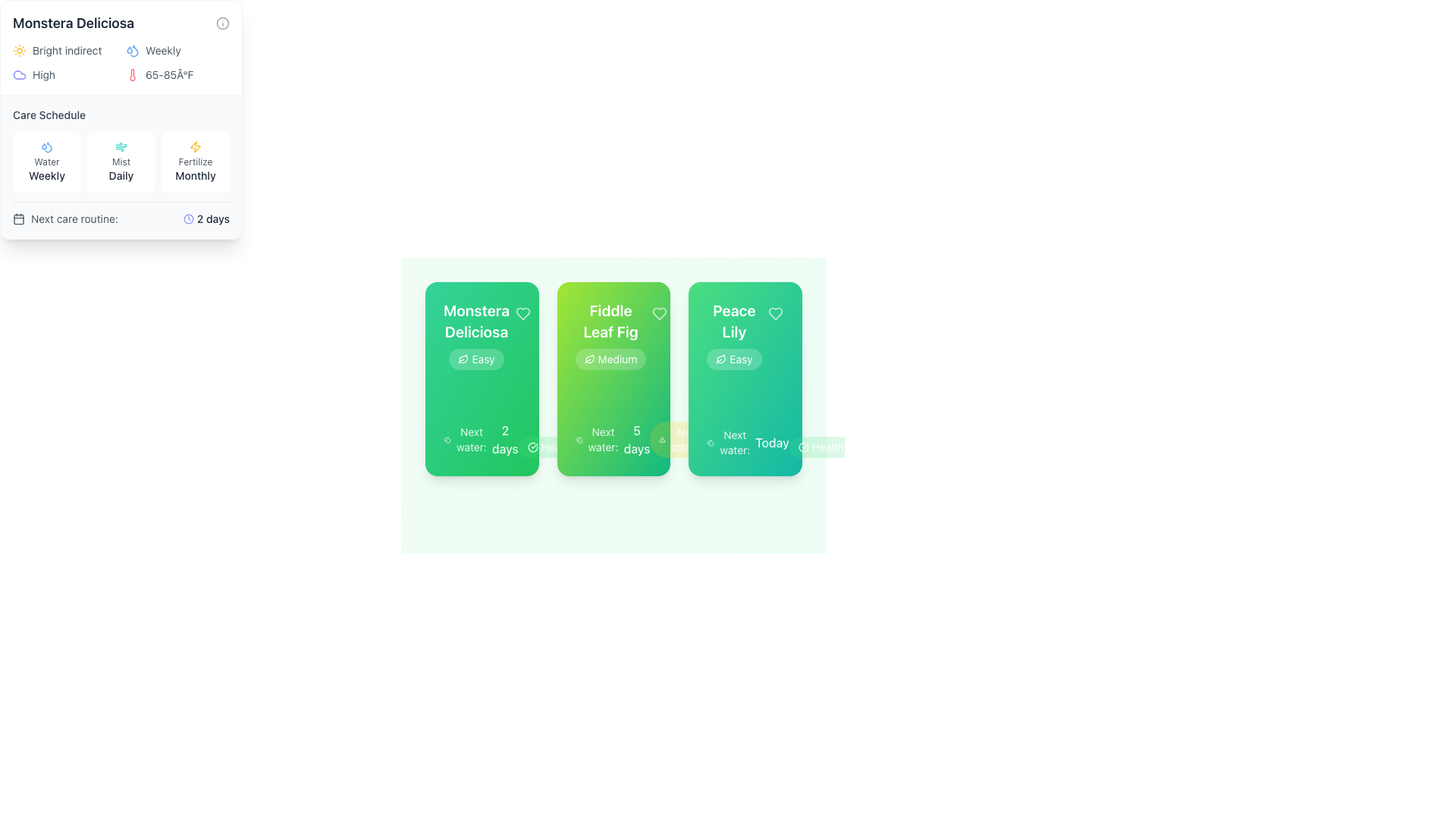  What do you see at coordinates (481, 334) in the screenshot?
I see `the Label with an accompanying tag that denotes the name and care level of a plant, located in the top-left quadrant of the plant care cards list` at bounding box center [481, 334].